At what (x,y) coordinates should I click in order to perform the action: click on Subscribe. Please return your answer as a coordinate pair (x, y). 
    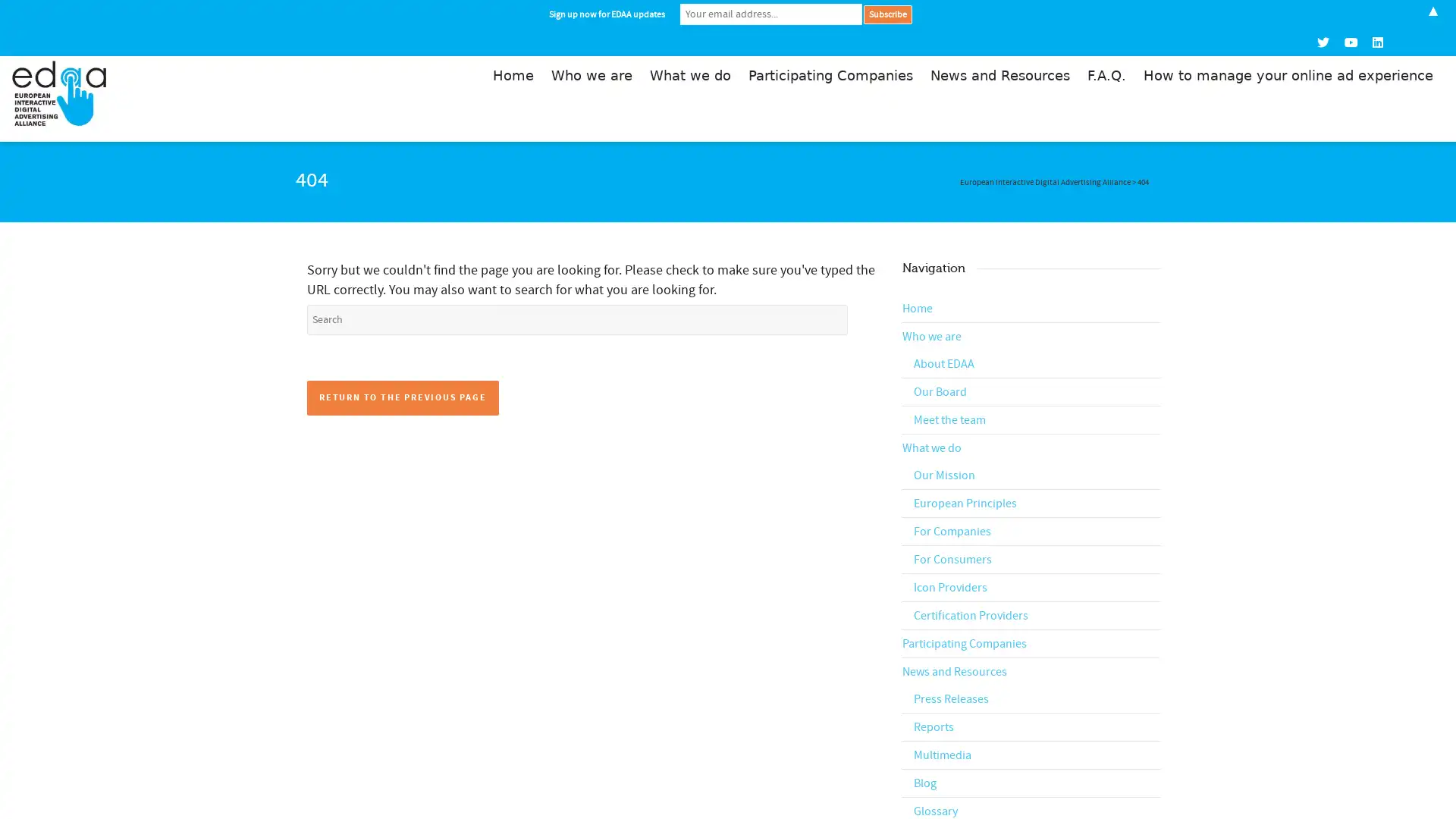
    Looking at the image, I should click on (887, 14).